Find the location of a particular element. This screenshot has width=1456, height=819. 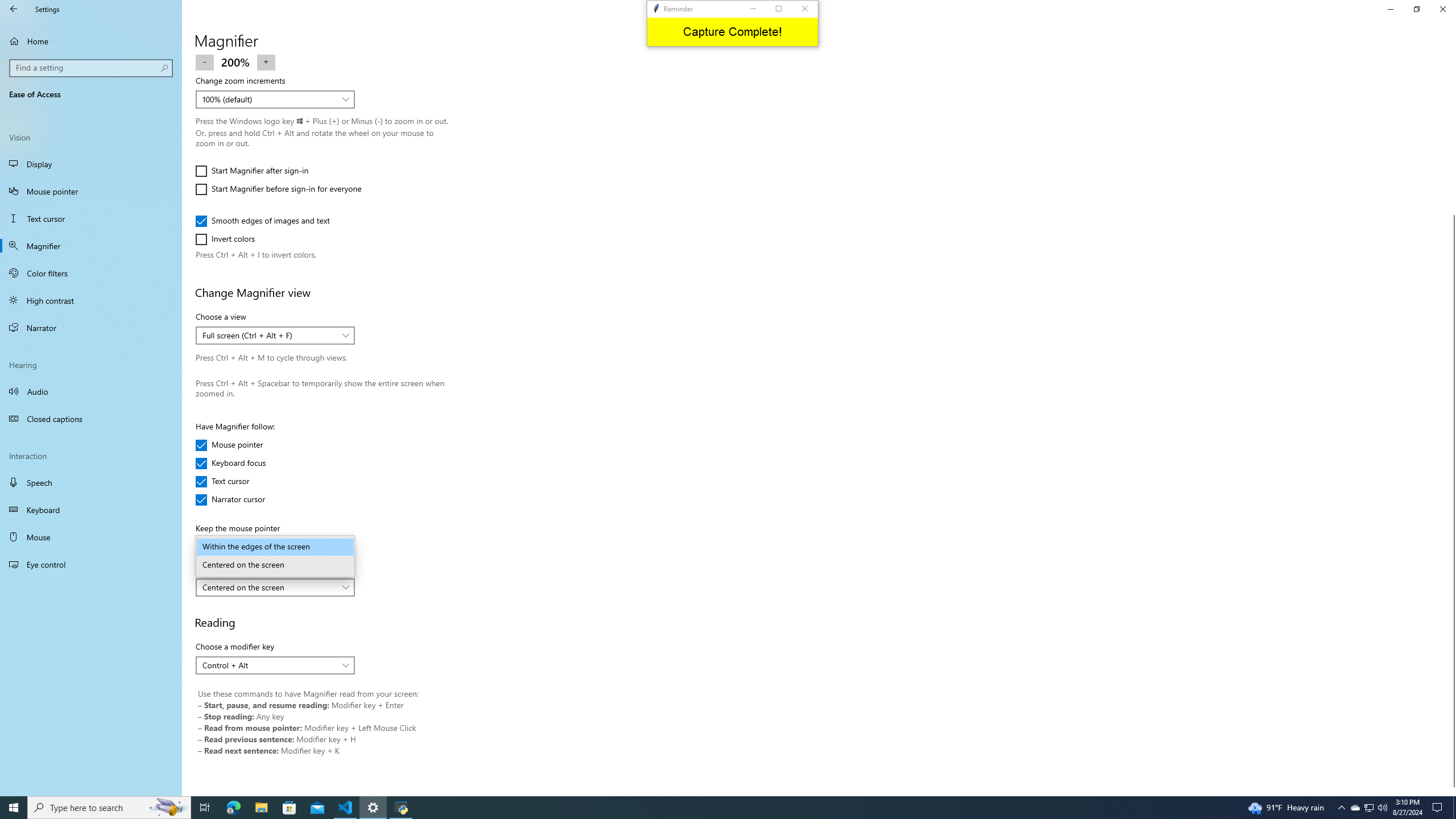

'Control + Alt' is located at coordinates (268, 665).